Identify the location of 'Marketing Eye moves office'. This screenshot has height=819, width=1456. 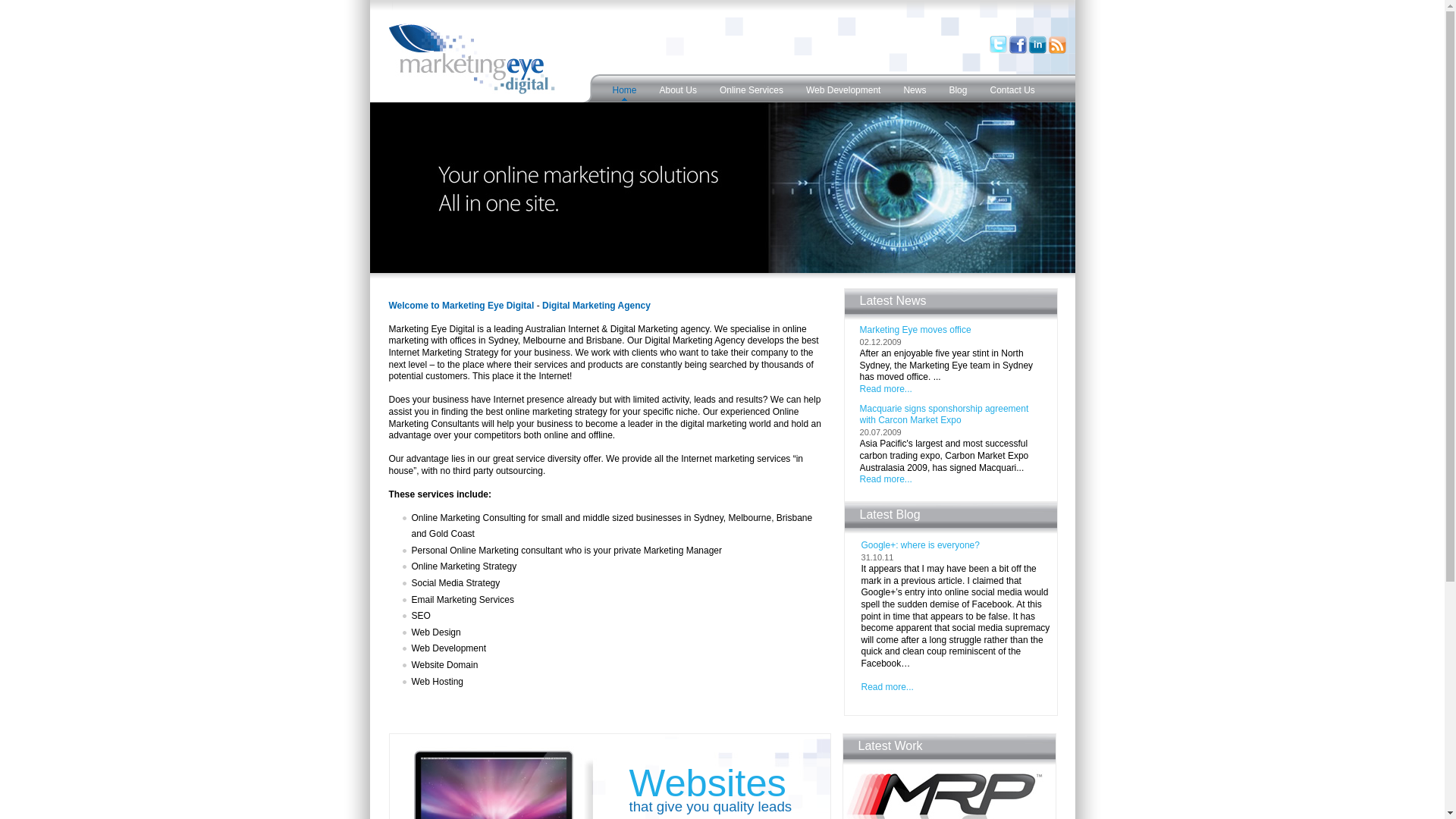
(915, 329).